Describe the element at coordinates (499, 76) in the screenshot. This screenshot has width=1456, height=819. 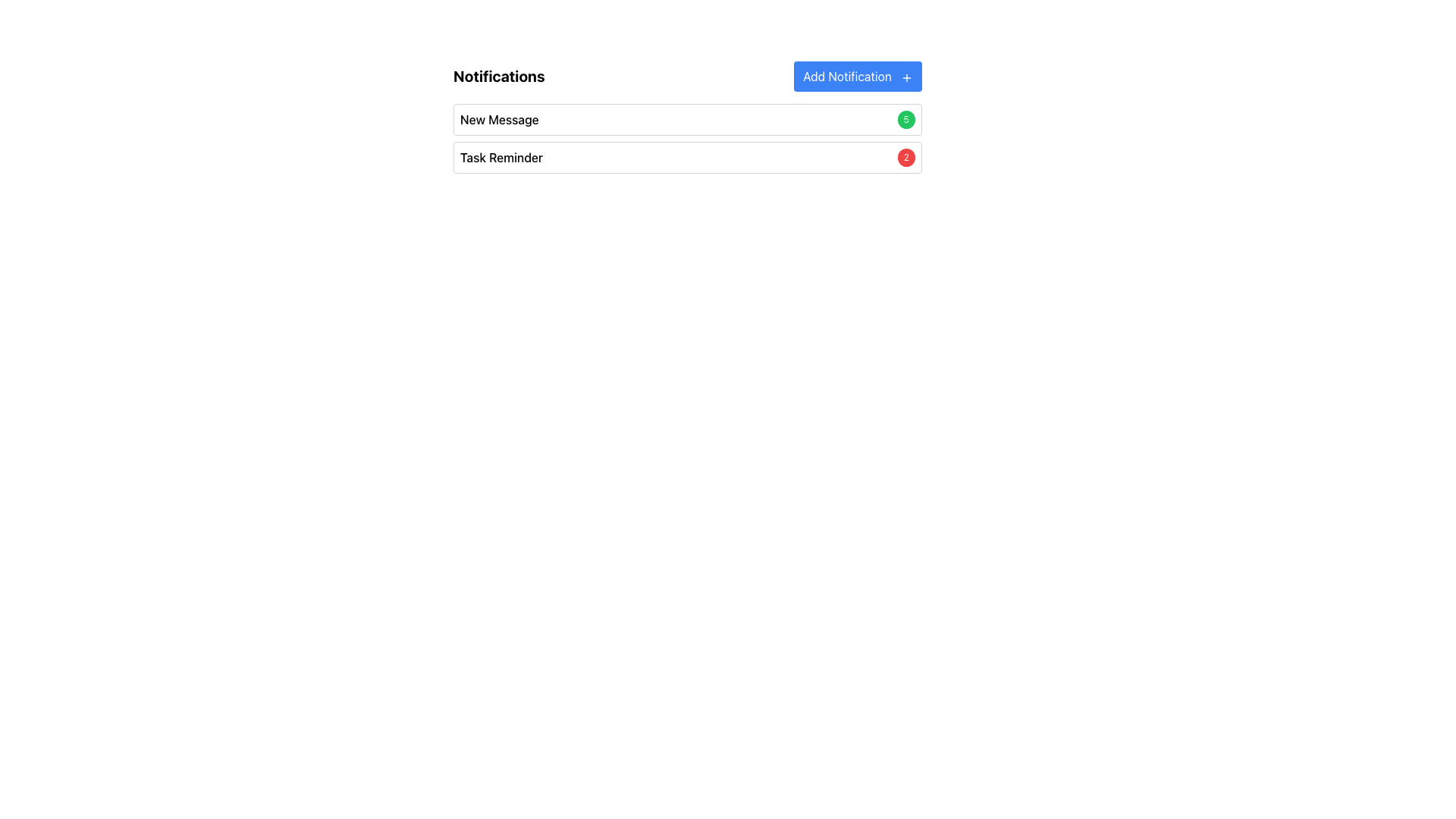
I see `the text label that serves as a heading for the notifications section, located in the upper-left section of the interface, above the 'Add Notification' button` at that location.